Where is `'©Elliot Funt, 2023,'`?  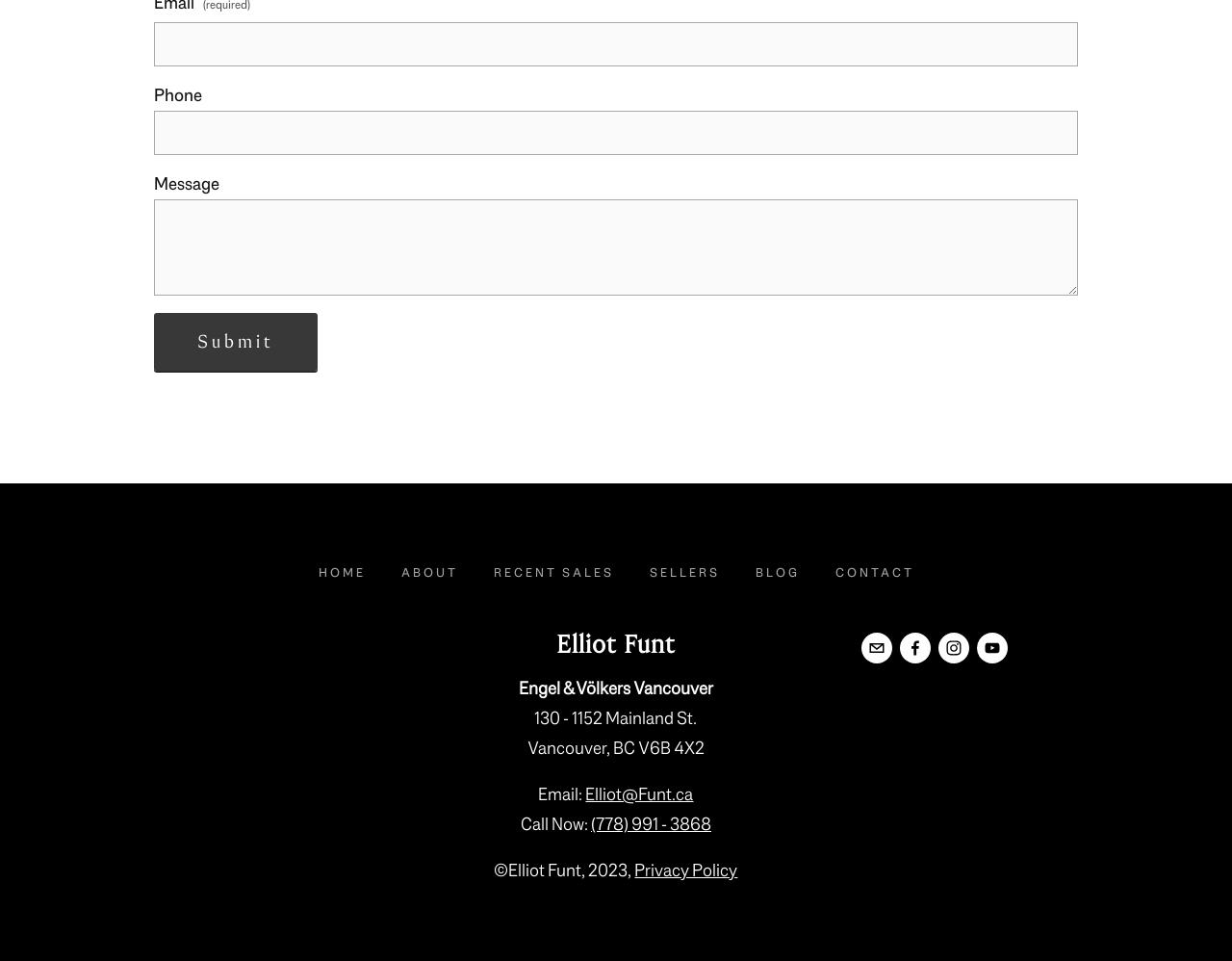
'©Elliot Funt, 2023,' is located at coordinates (562, 870).